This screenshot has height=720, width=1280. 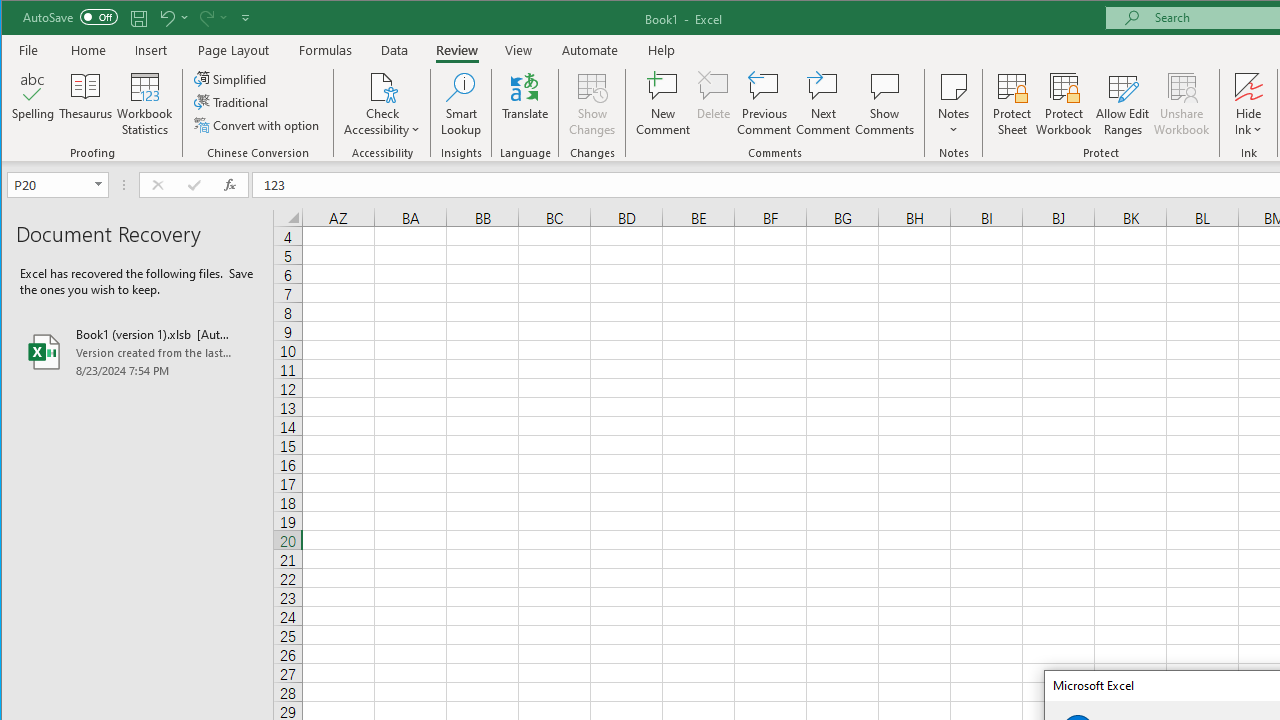 I want to click on 'Thesaurus...', so click(x=85, y=104).